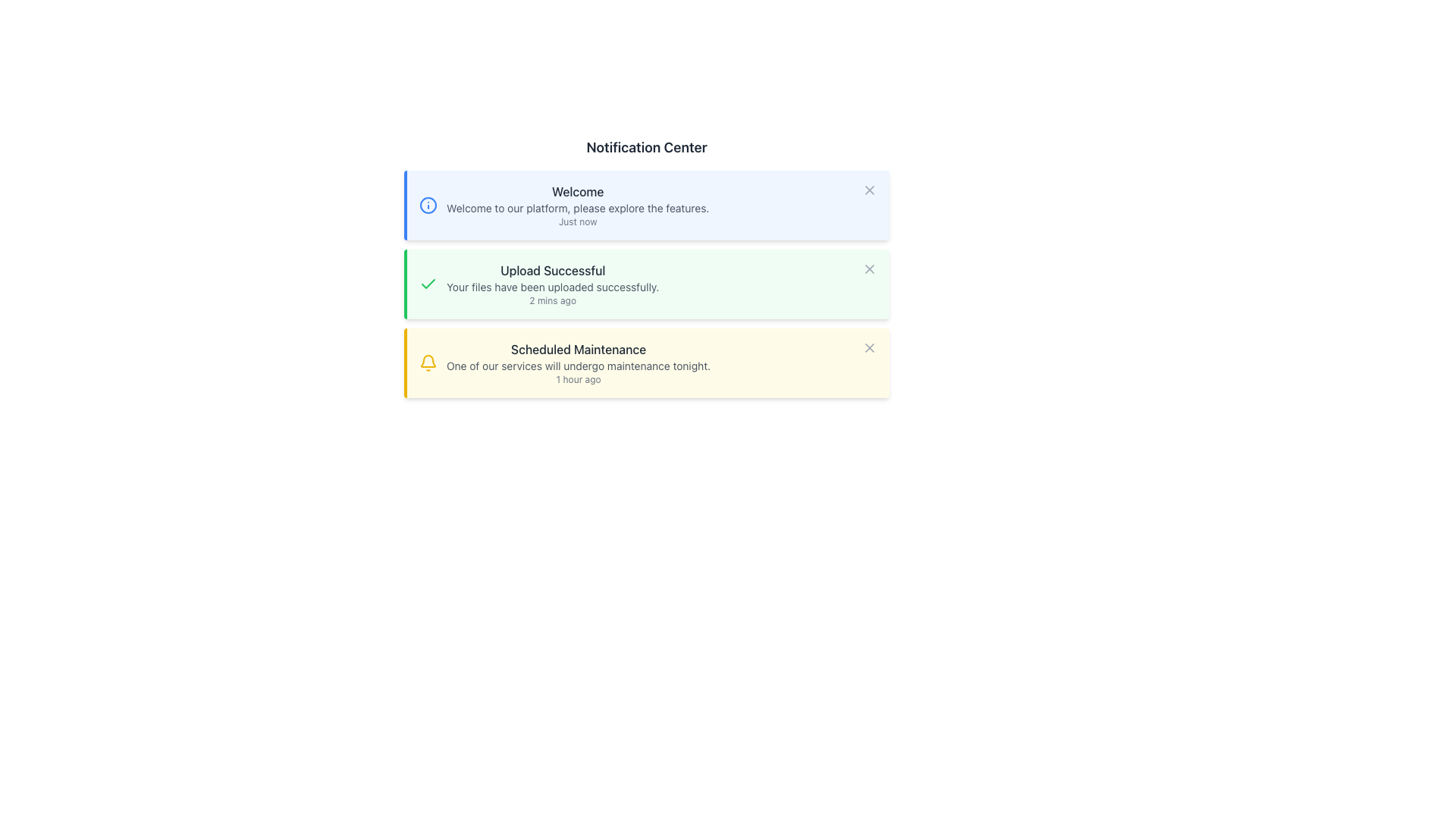 This screenshot has width=1456, height=819. What do you see at coordinates (552, 284) in the screenshot?
I see `information displayed on the second Notification Card in the Notification Center, which confirms the successful upload of files` at bounding box center [552, 284].